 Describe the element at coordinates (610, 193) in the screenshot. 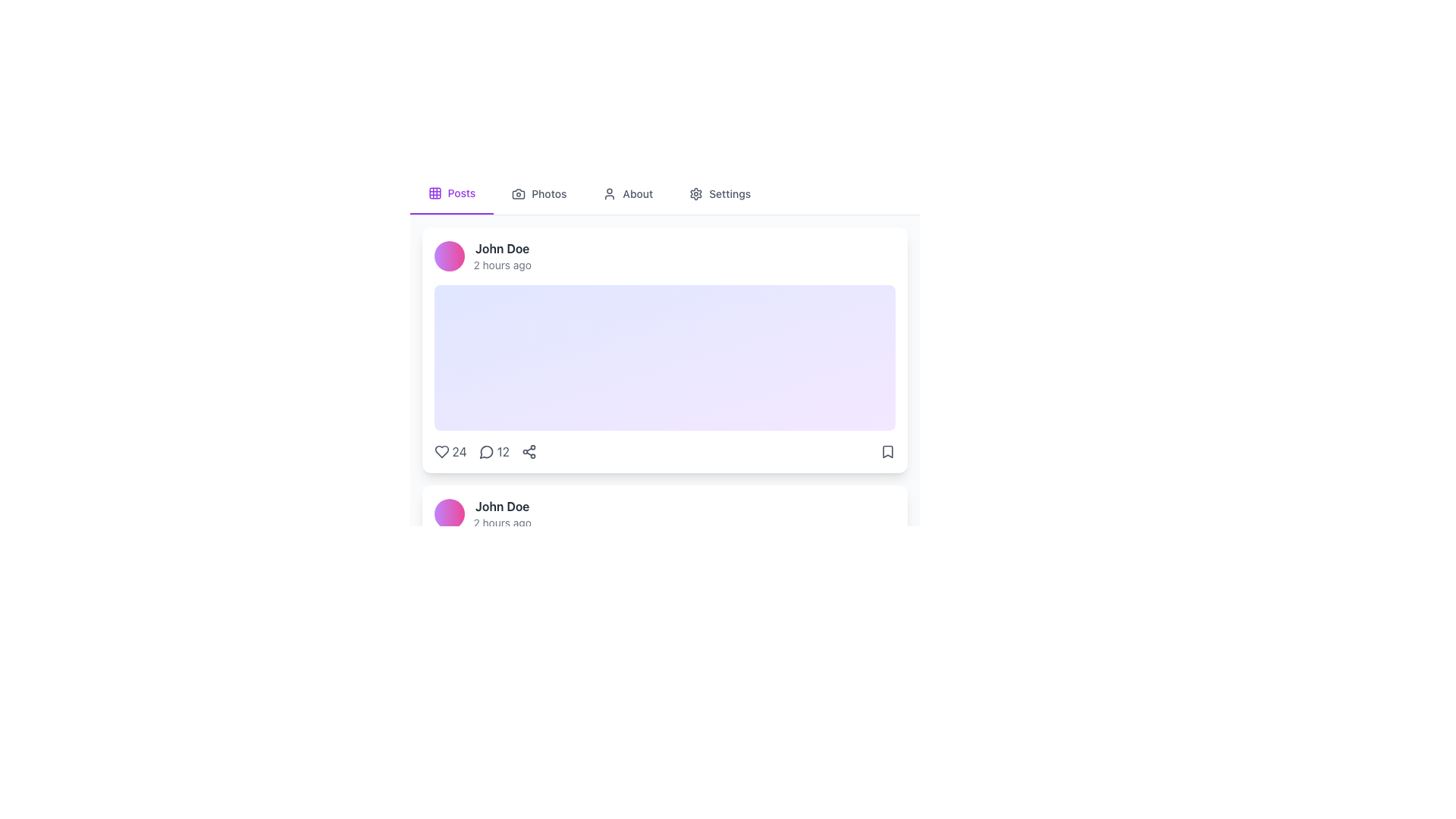

I see `the 'About' icon in the top navigation bar, which is grouped with 'Posts', 'Photos', and 'Settings'` at that location.